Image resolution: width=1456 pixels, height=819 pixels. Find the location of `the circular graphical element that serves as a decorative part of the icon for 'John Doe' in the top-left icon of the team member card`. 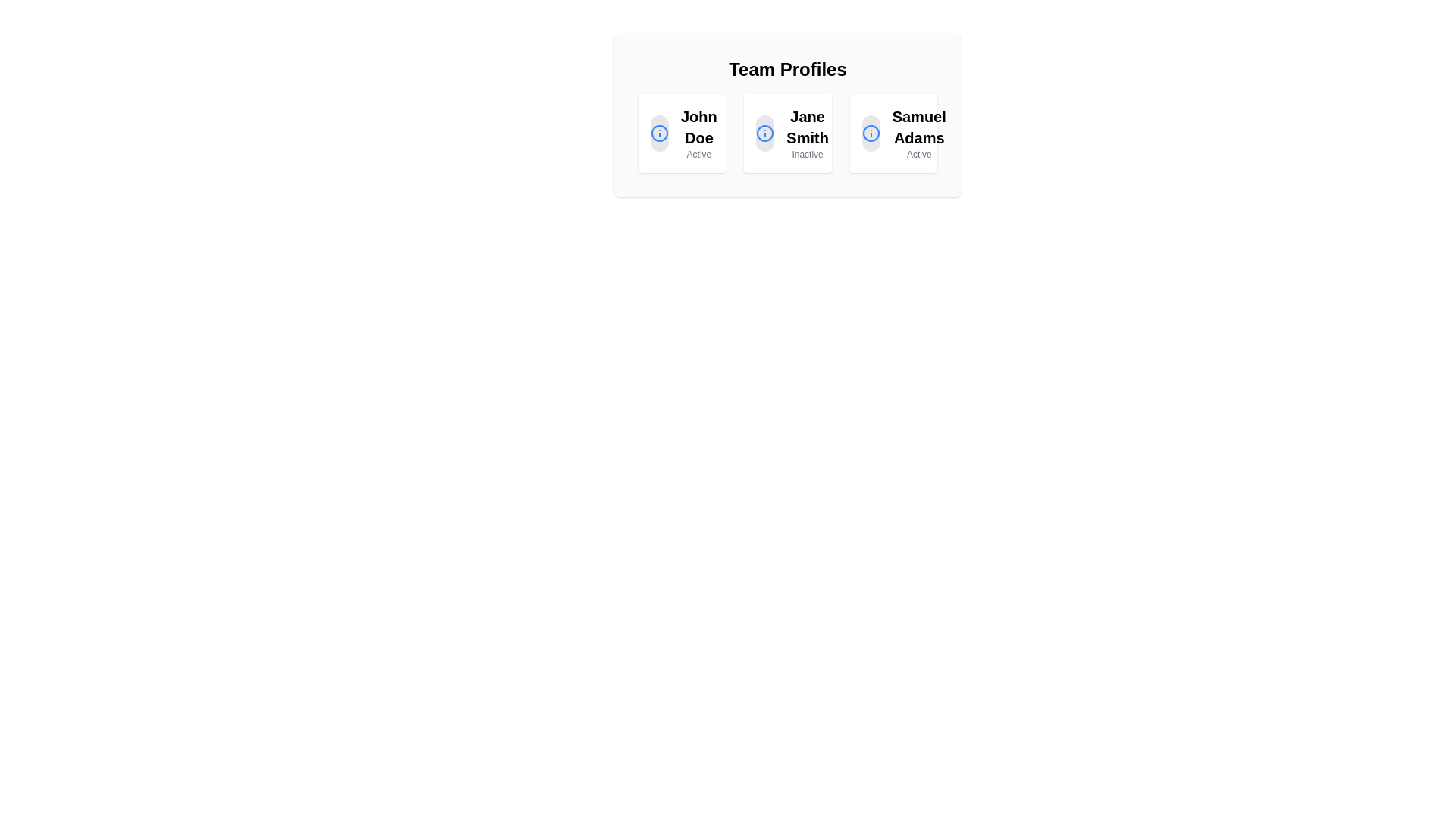

the circular graphical element that serves as a decorative part of the icon for 'John Doe' in the top-left icon of the team member card is located at coordinates (659, 133).